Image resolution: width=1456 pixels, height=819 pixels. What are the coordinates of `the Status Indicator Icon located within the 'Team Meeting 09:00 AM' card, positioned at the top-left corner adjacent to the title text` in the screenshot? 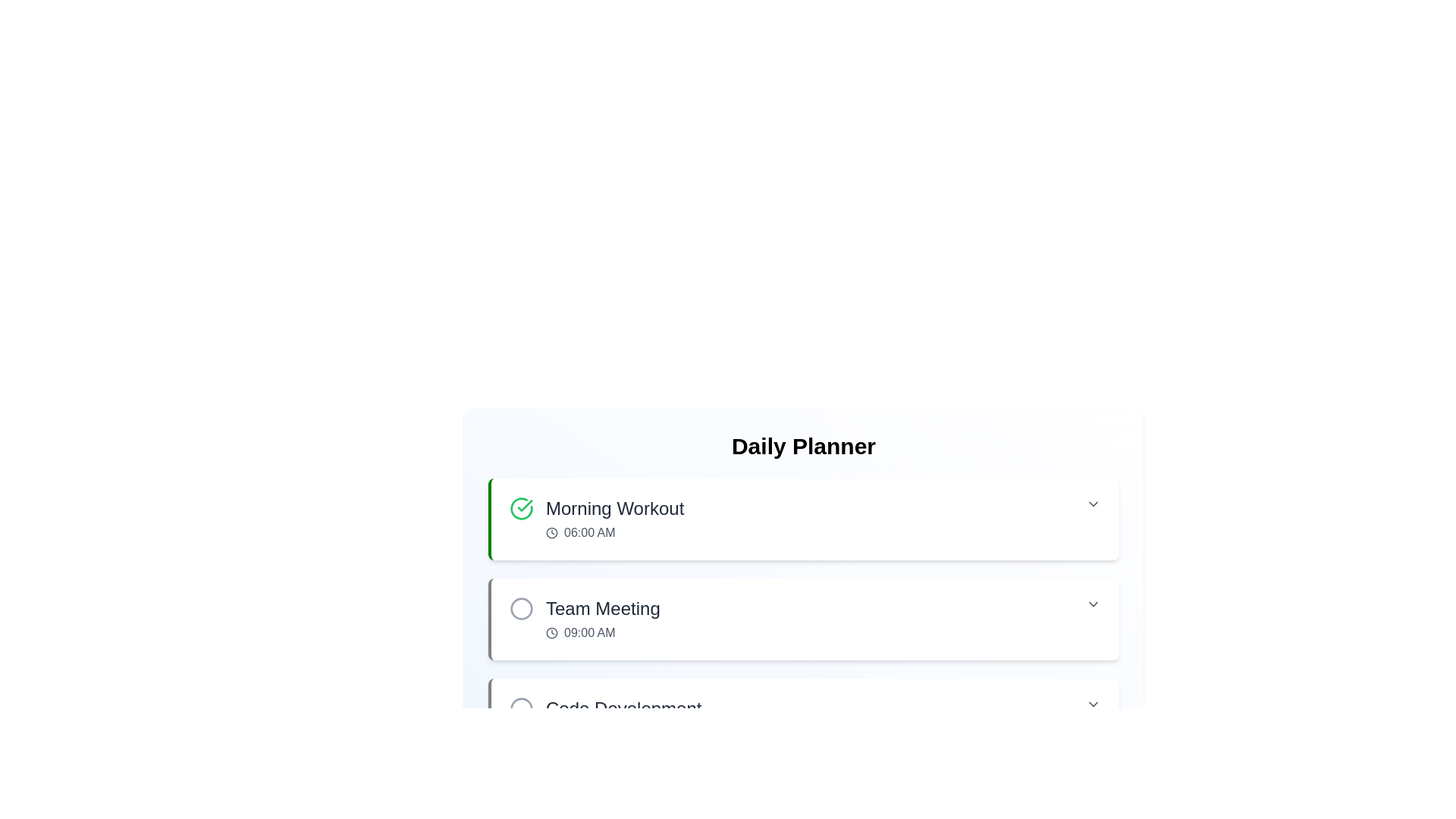 It's located at (528, 607).